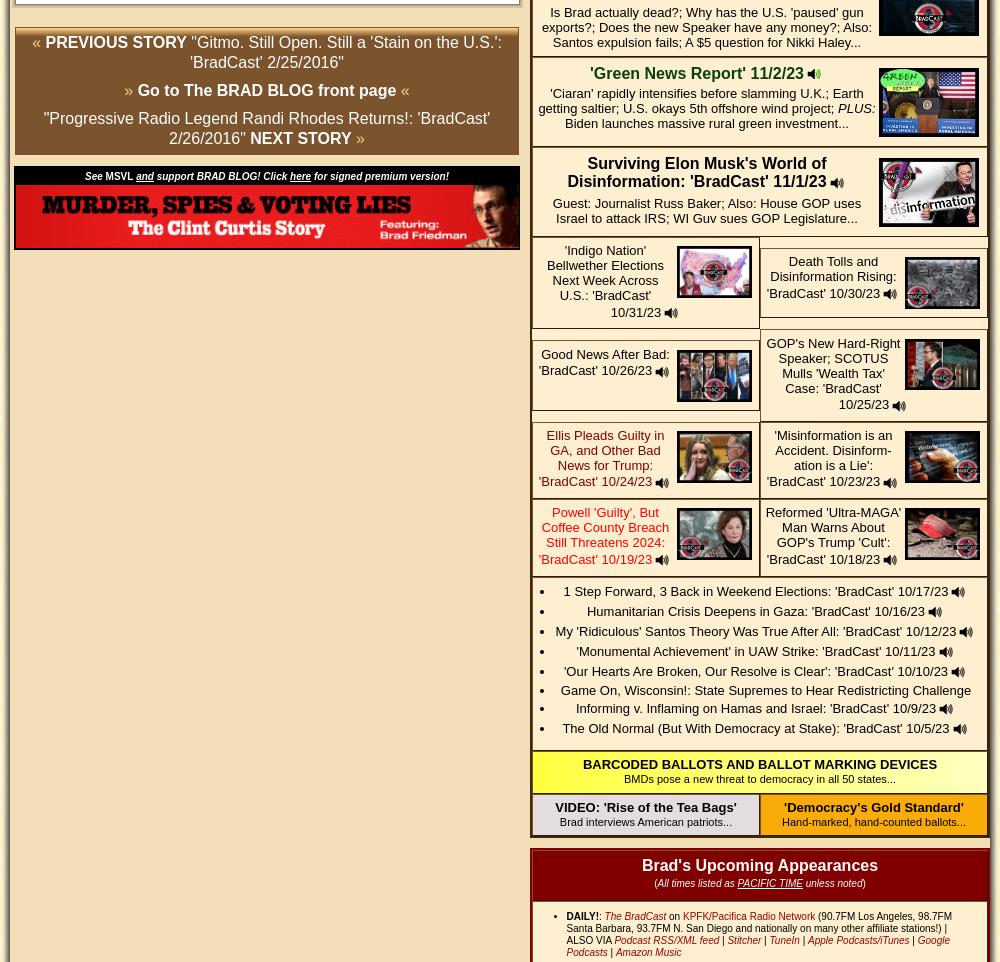 The height and width of the screenshot is (962, 1000). Describe the element at coordinates (743, 940) in the screenshot. I see `'Stitcher'` at that location.